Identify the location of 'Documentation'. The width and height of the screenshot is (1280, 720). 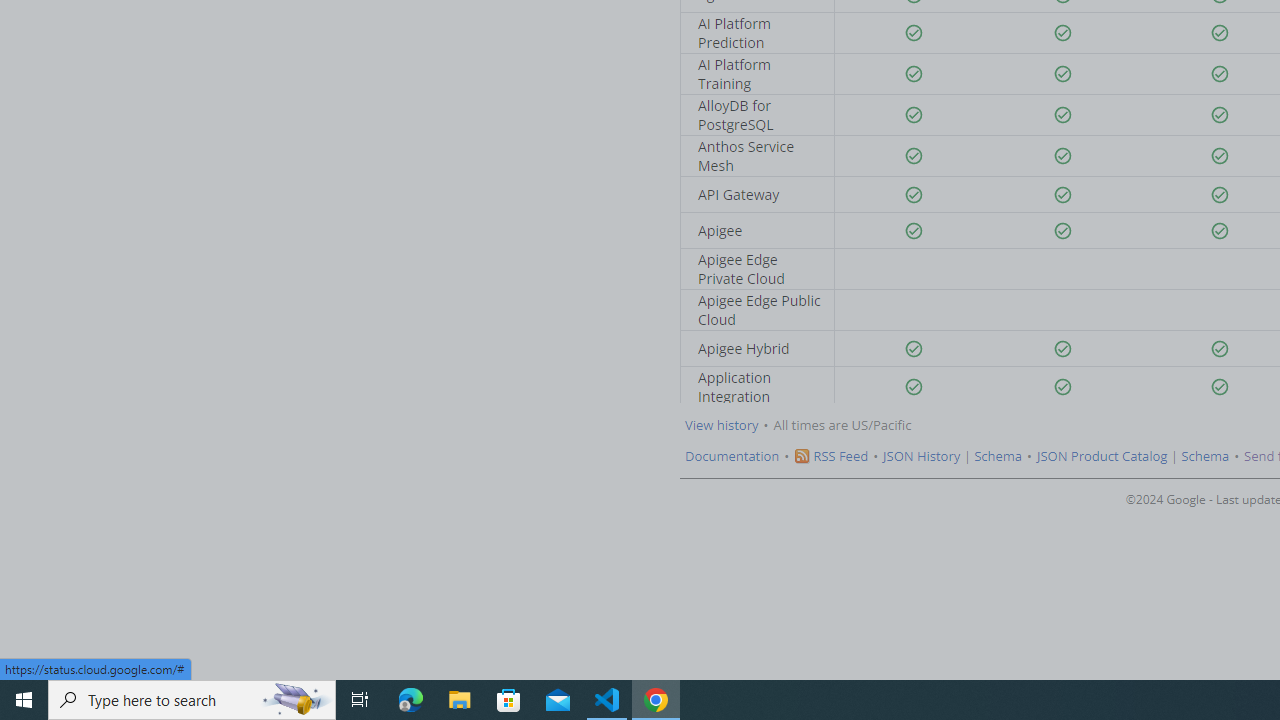
(731, 456).